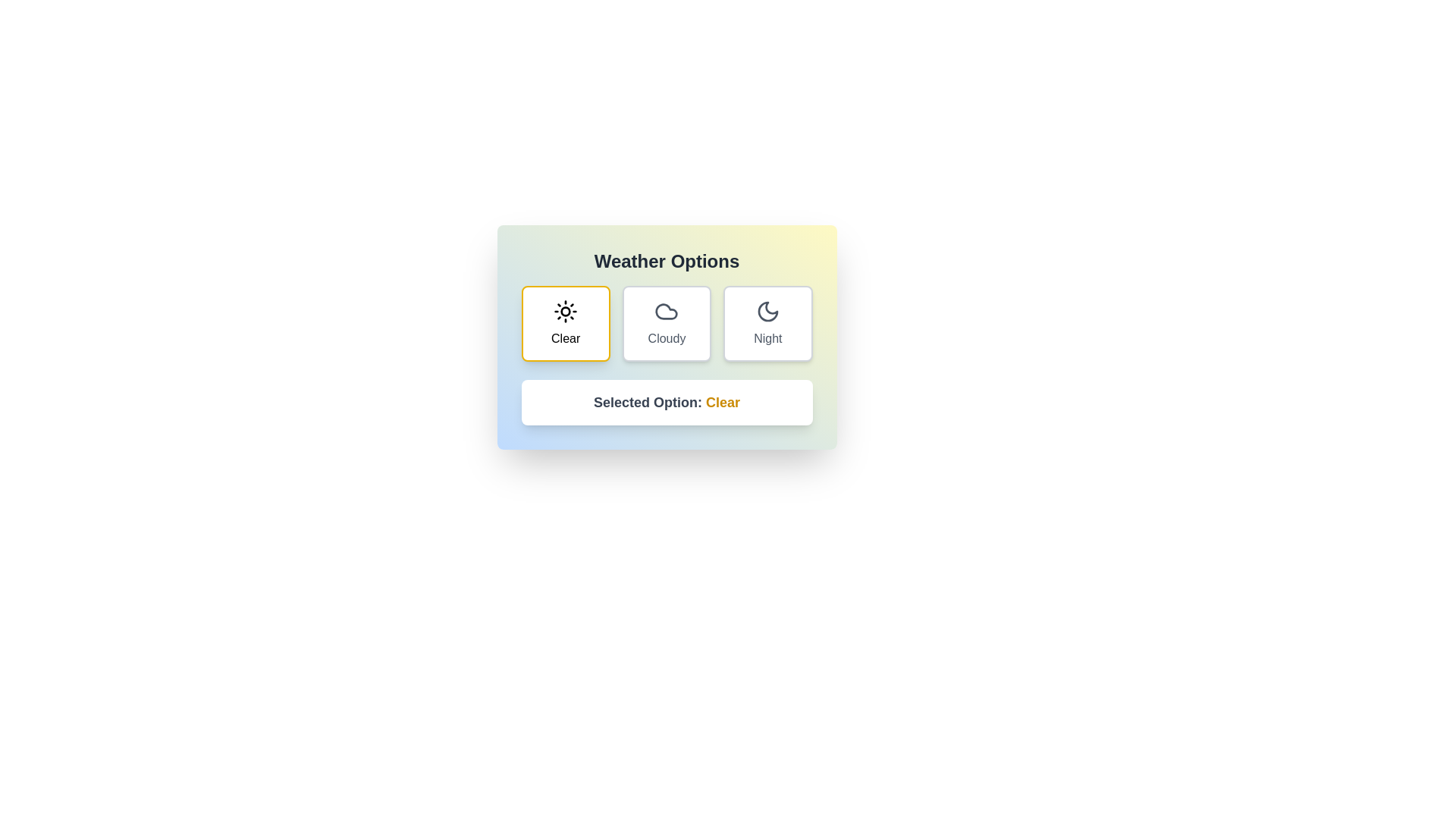 The width and height of the screenshot is (1456, 819). I want to click on the text label displaying 'Weather Options', which is styled in bold with a large font size and dark gray color on a light gradient background, located at the top of the weather selection card, so click(667, 260).